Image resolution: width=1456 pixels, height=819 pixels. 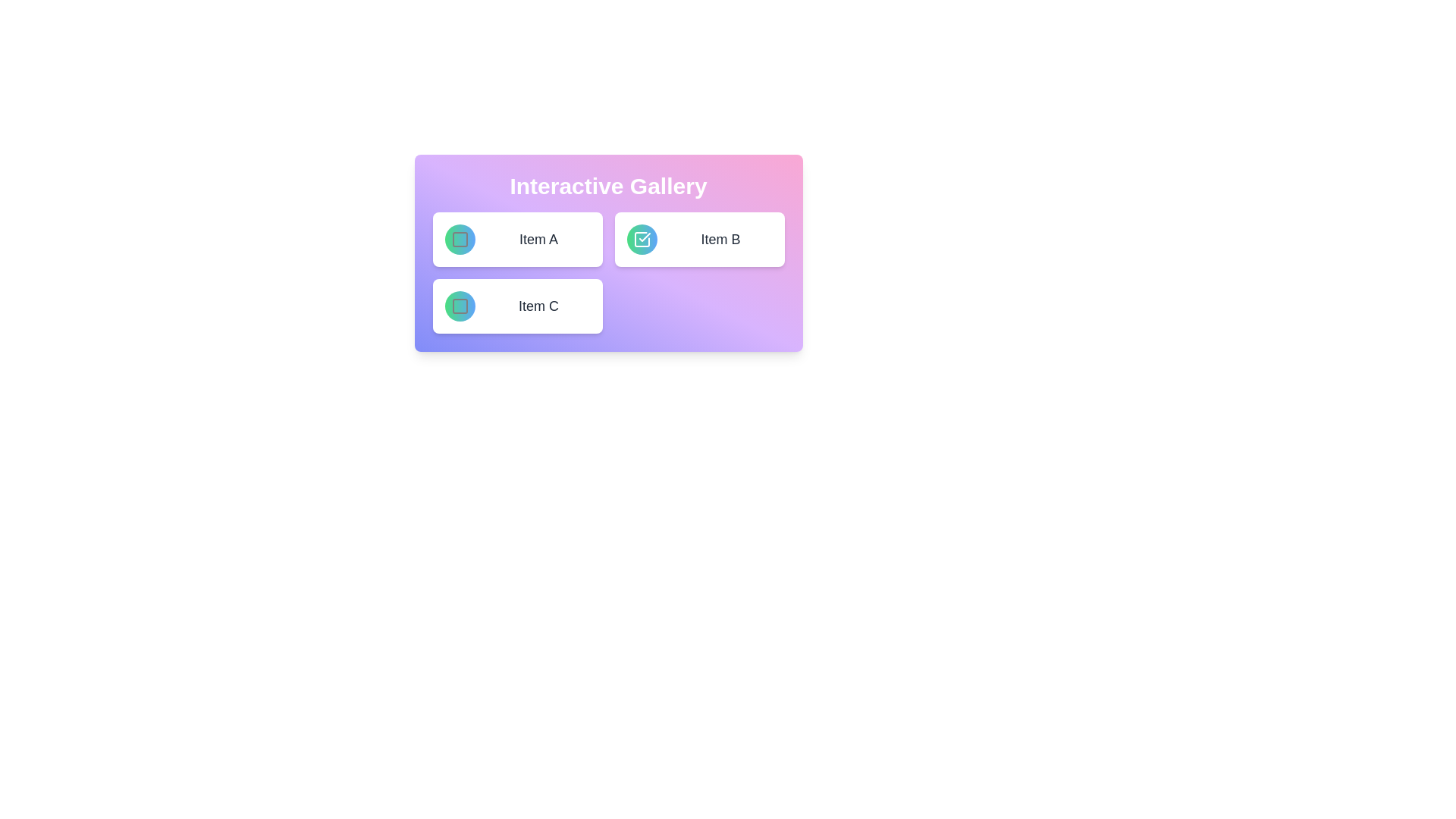 I want to click on the text element that labels a specific list item, which is located within the second card from the top, positioned to the right of a circular icon with a gradient background, so click(x=538, y=239).